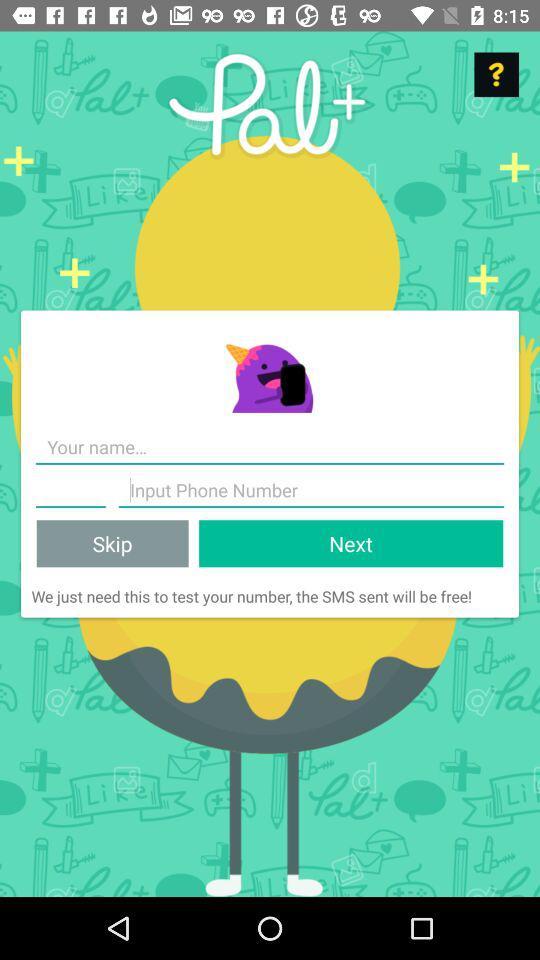 This screenshot has width=540, height=960. Describe the element at coordinates (311, 489) in the screenshot. I see `a phone number` at that location.